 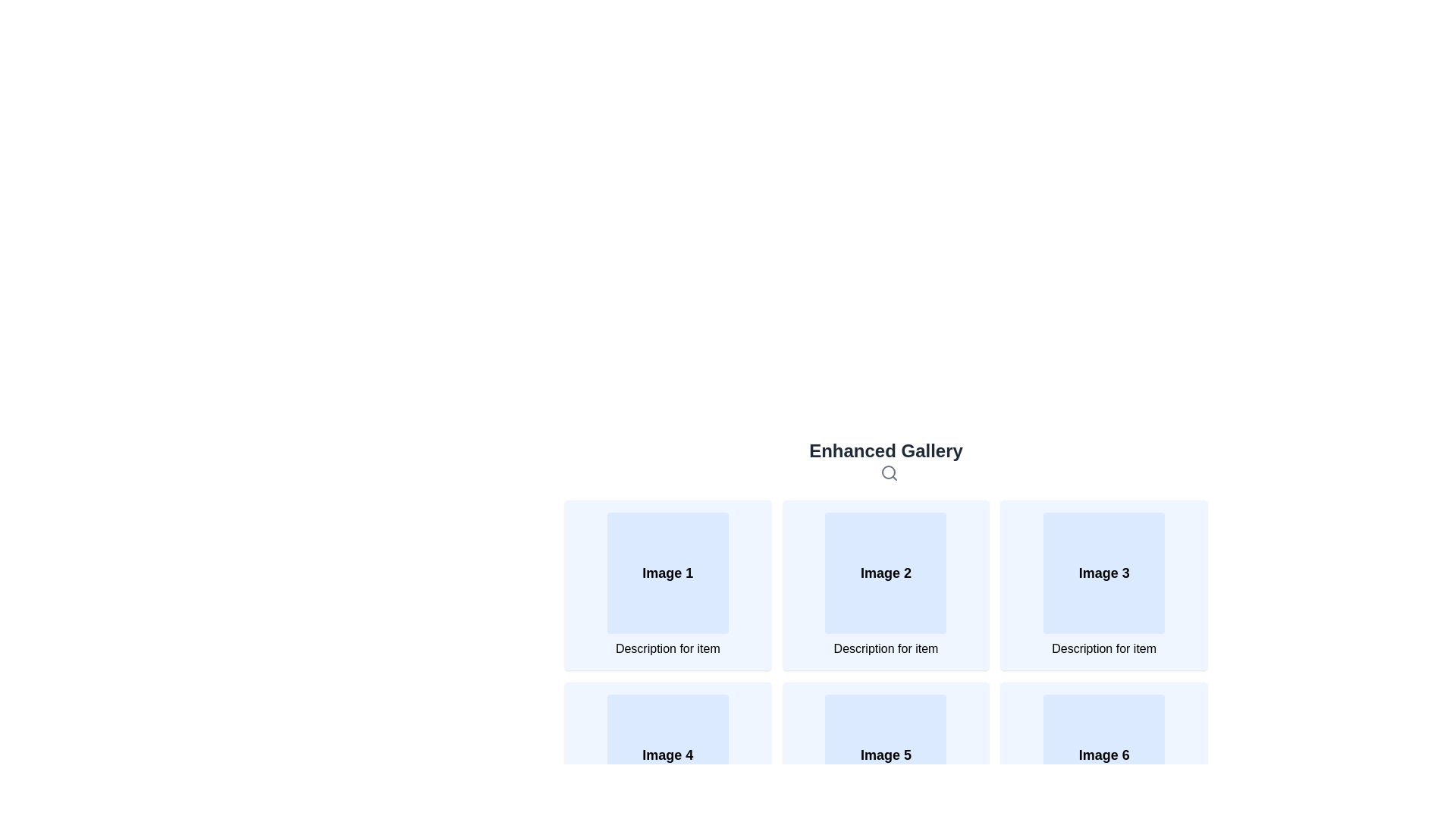 I want to click on the bold text label reading 'Image 4' that is displayed in a larger font size and black color, located at the center of a light blue rectangular card in the second row of a grid layout, so click(x=667, y=755).